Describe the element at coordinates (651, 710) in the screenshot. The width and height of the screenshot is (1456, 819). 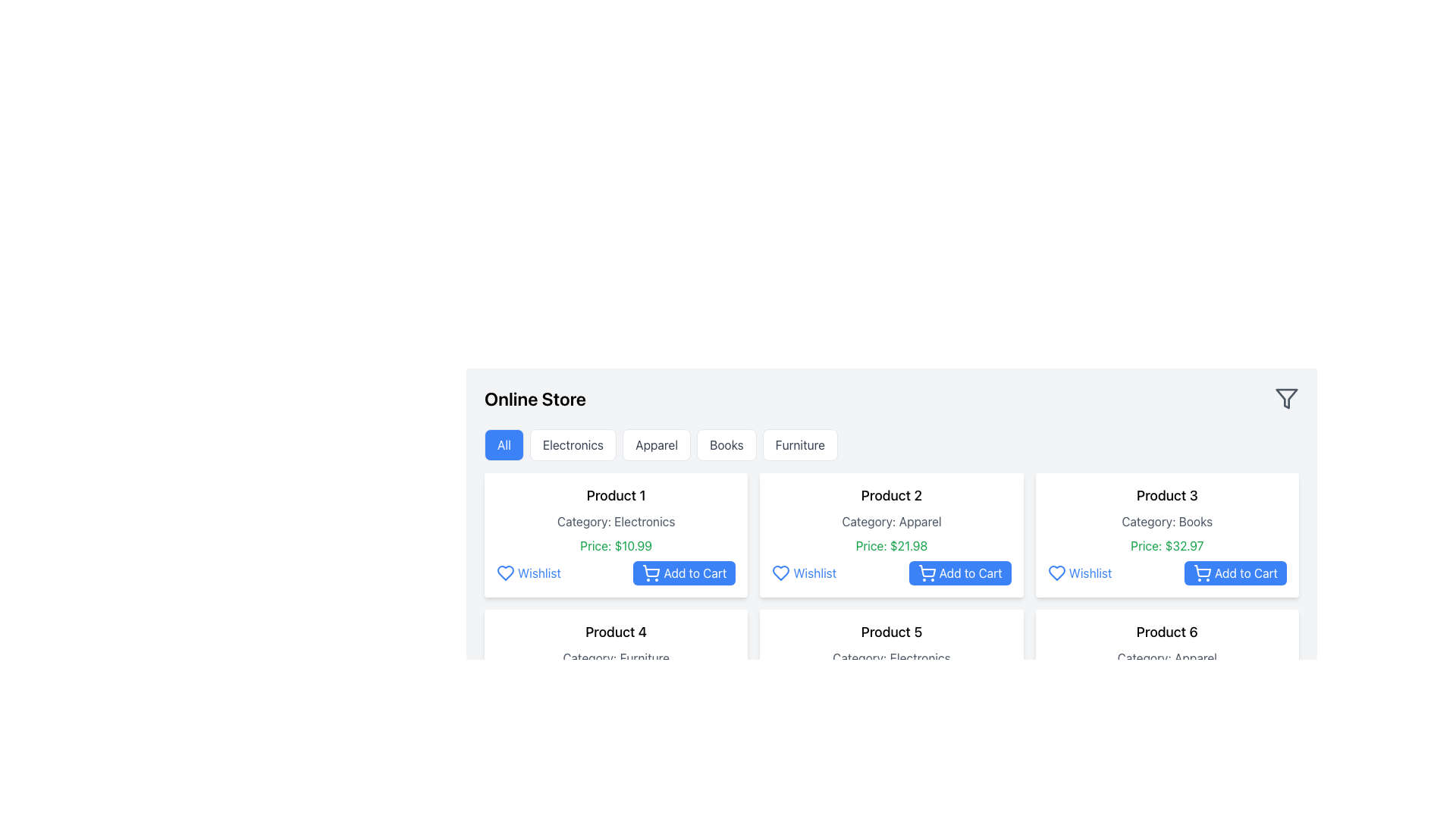
I see `the shopping cart icon representation within the 'Add to Cart' button located at the bottom right of the product card for 'Product 1'` at that location.